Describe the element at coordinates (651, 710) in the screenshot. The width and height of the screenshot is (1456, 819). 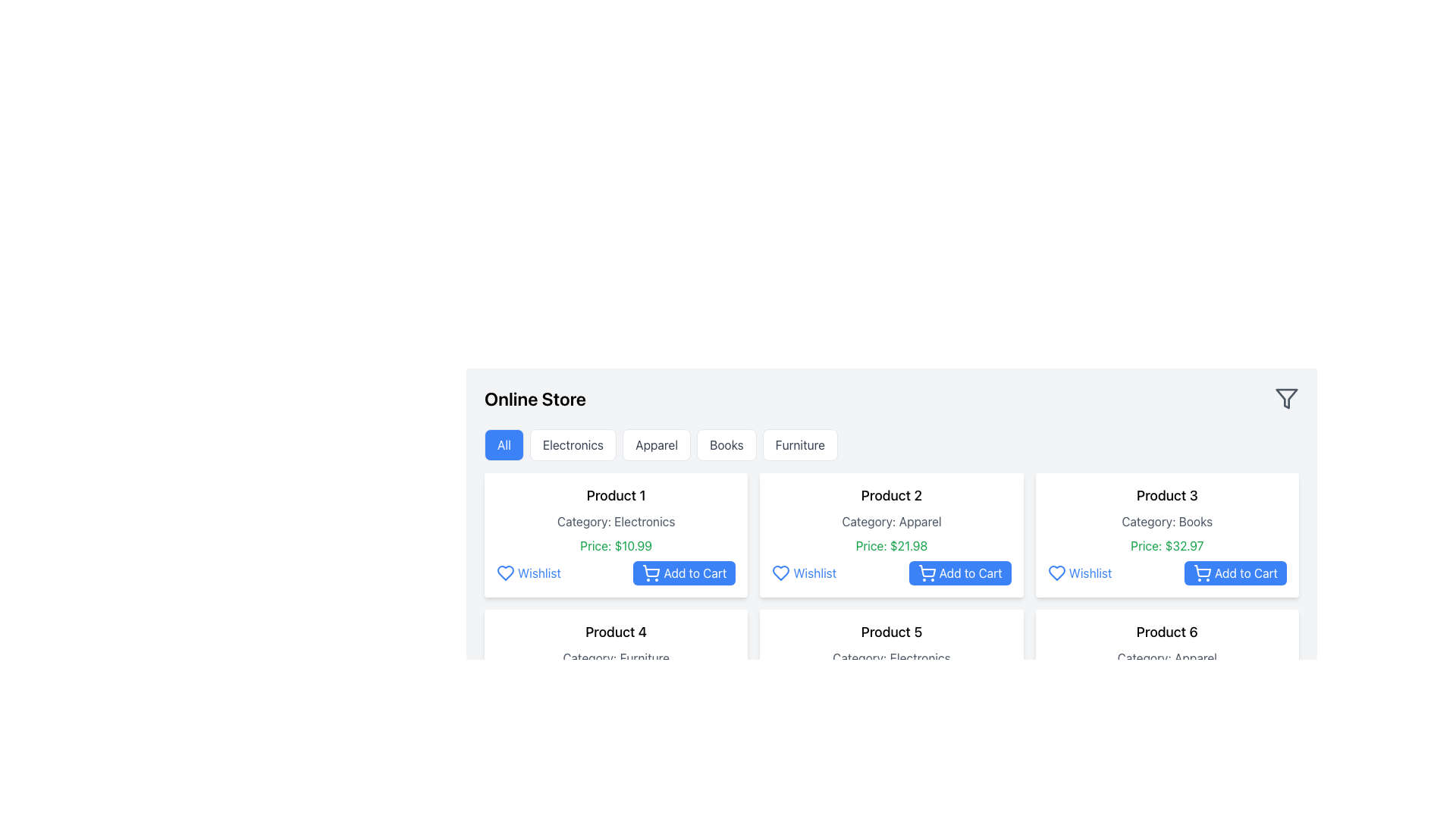
I see `the shopping cart icon representation within the 'Add to Cart' button located at the bottom right of the product card for 'Product 1'` at that location.